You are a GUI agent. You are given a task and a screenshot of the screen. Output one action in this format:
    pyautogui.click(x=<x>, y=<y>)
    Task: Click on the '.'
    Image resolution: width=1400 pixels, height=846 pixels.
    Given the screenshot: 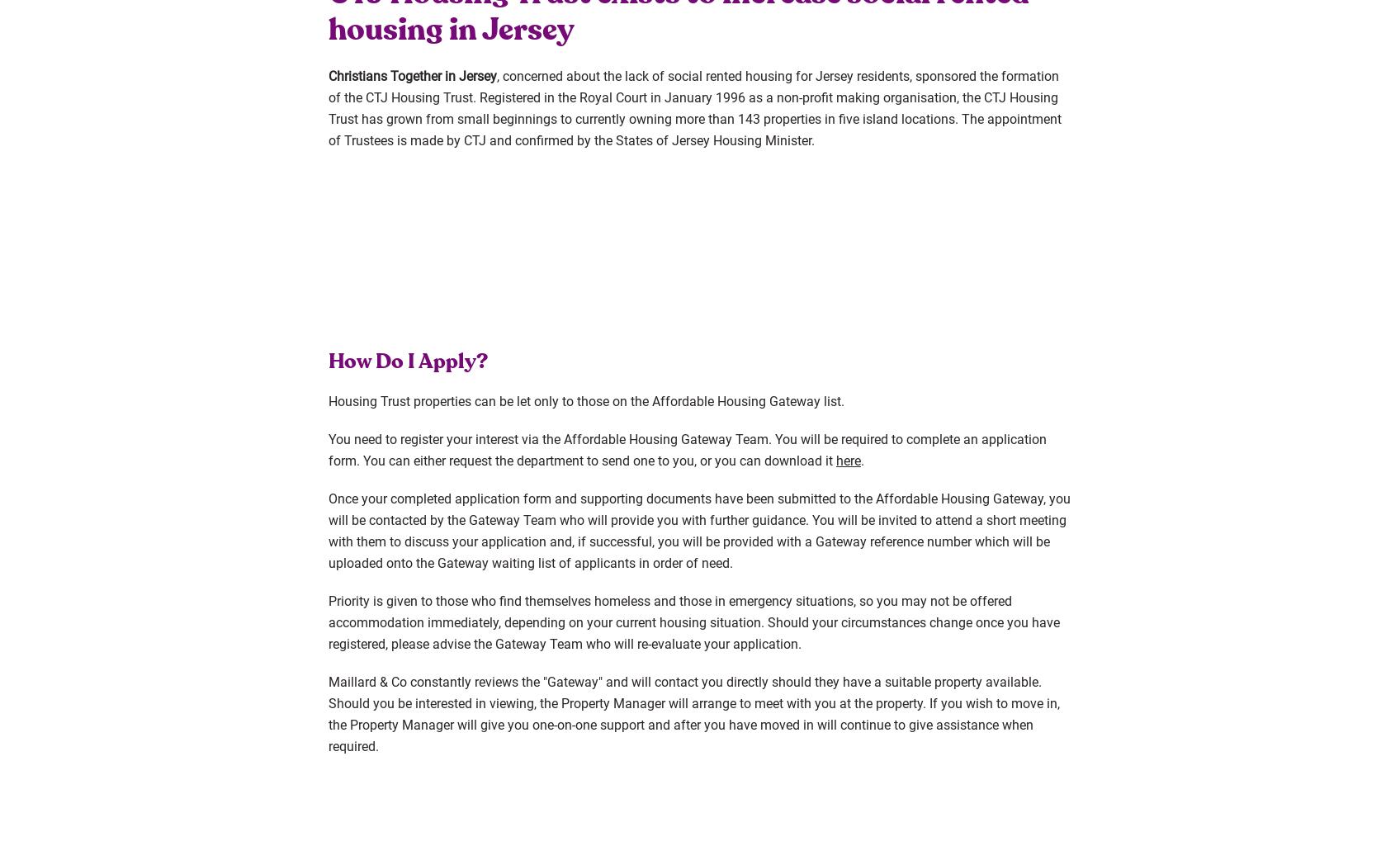 What is the action you would take?
    pyautogui.click(x=861, y=459)
    